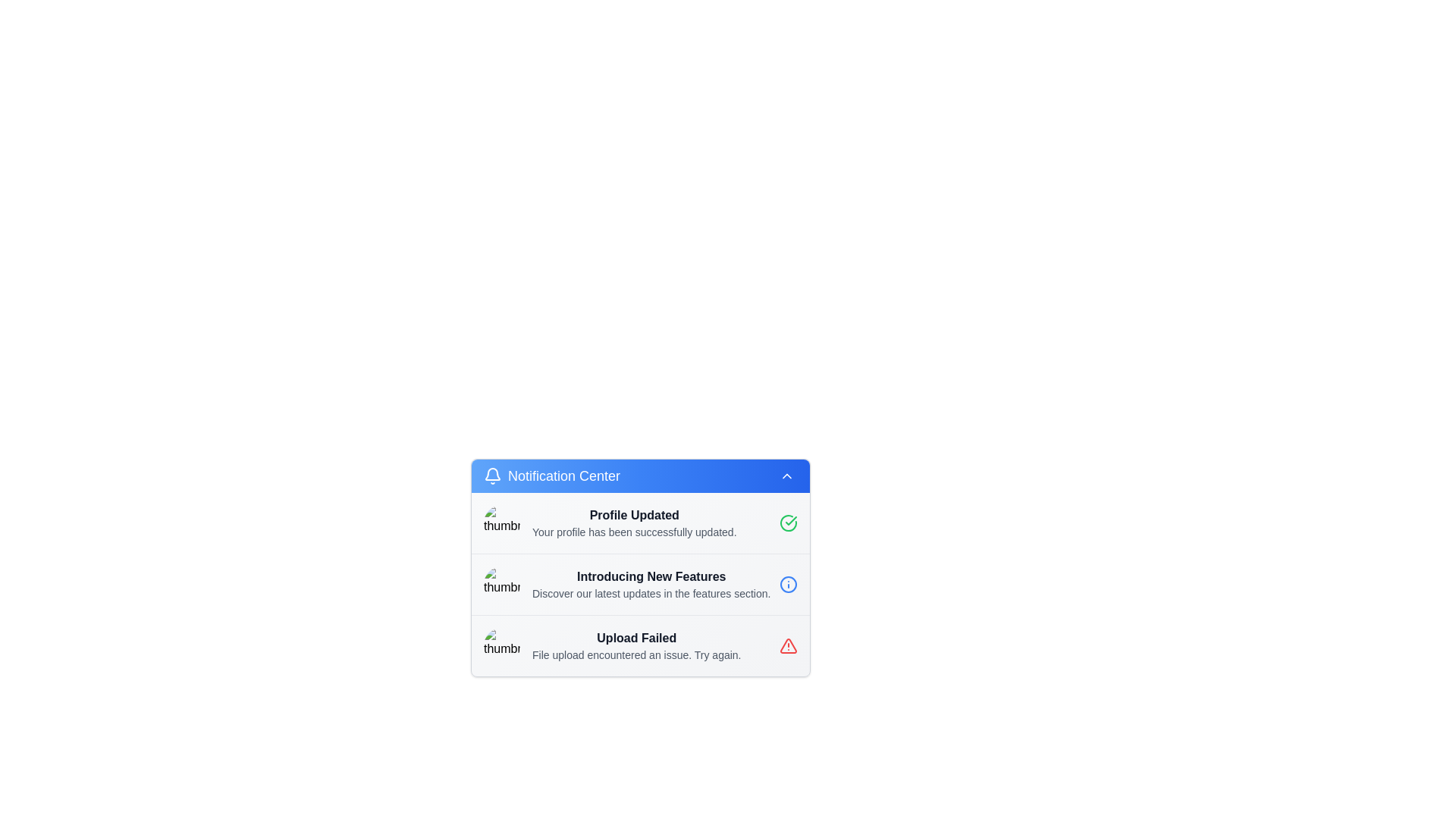 Image resolution: width=1456 pixels, height=819 pixels. I want to click on error message from the text block indicating an unsuccessful file upload, which is the third notification in the Notification Center, so click(636, 646).